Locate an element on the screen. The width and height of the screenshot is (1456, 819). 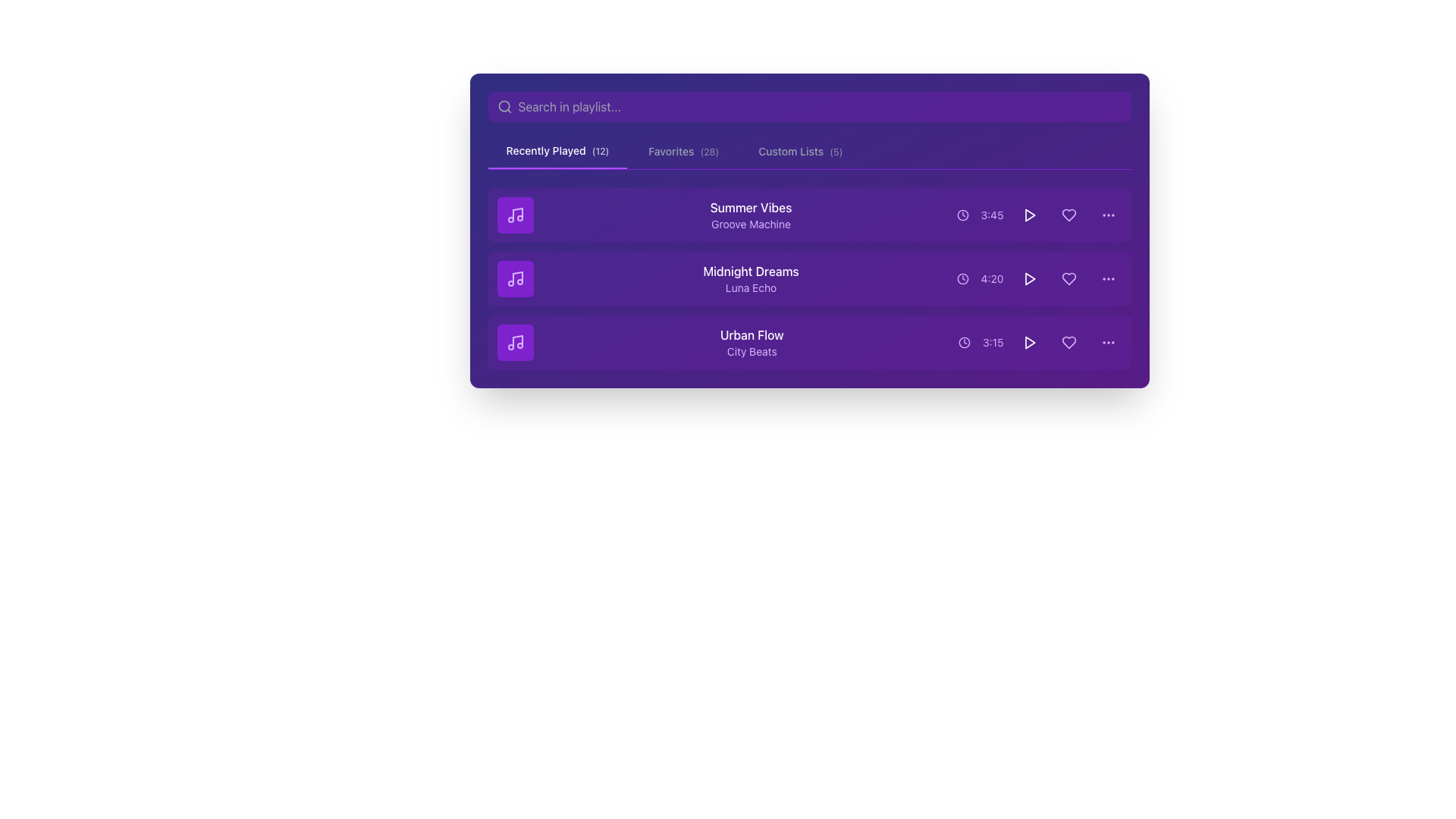
the displayed text of the song title and subtitle in the third row of the playlist, located in a purple panel between a musical note icon and a duration indicator is located at coordinates (752, 342).